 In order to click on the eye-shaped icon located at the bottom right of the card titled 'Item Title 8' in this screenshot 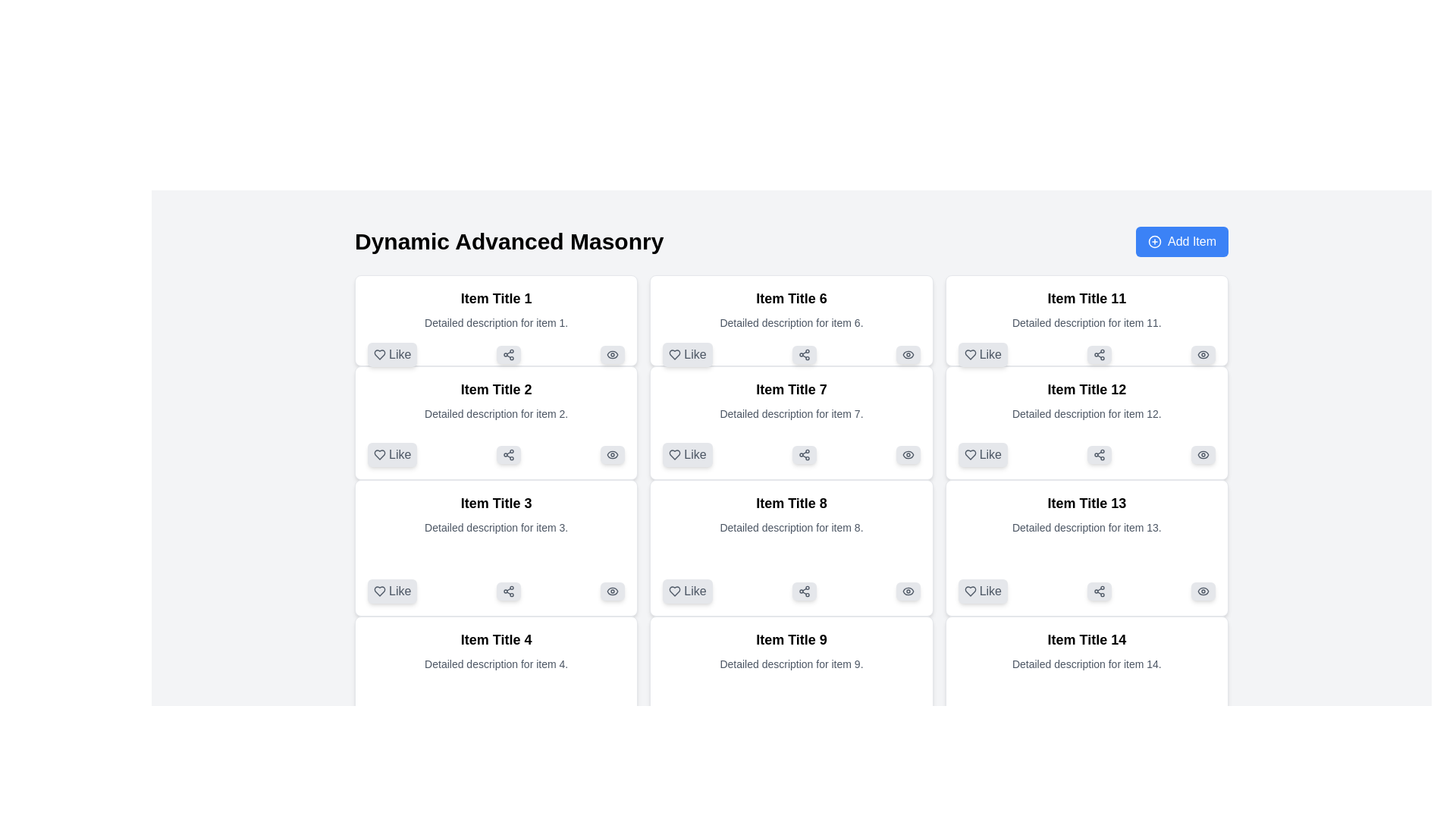, I will do `click(908, 590)`.